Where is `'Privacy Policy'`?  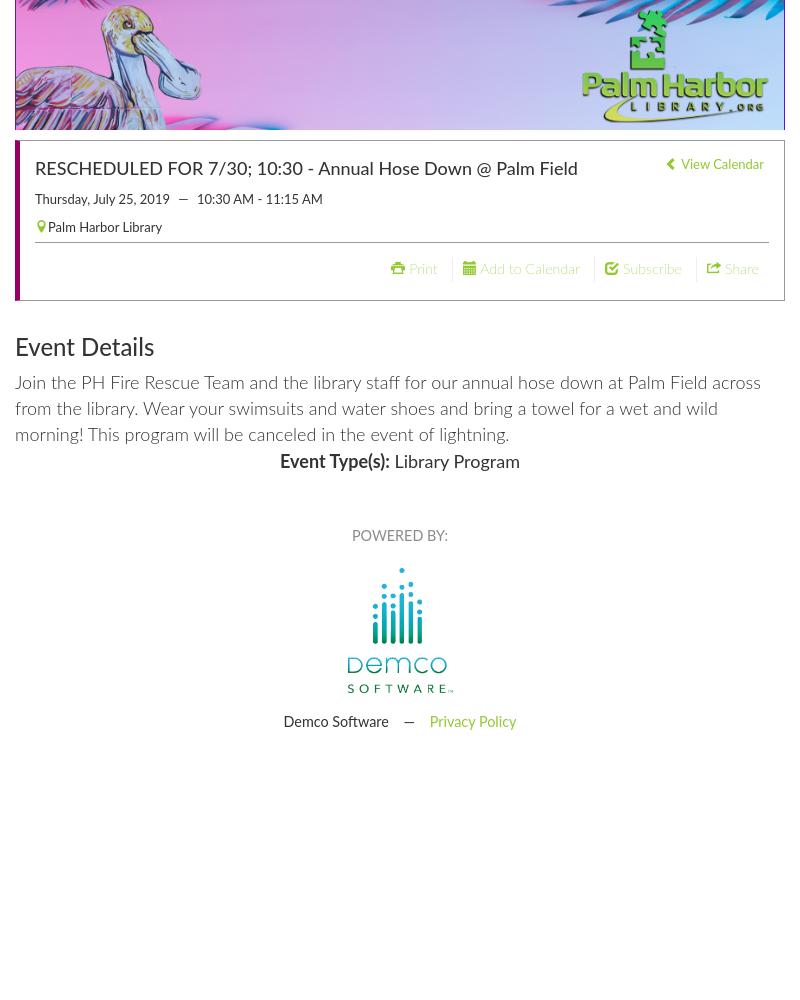
'Privacy Policy' is located at coordinates (429, 720).